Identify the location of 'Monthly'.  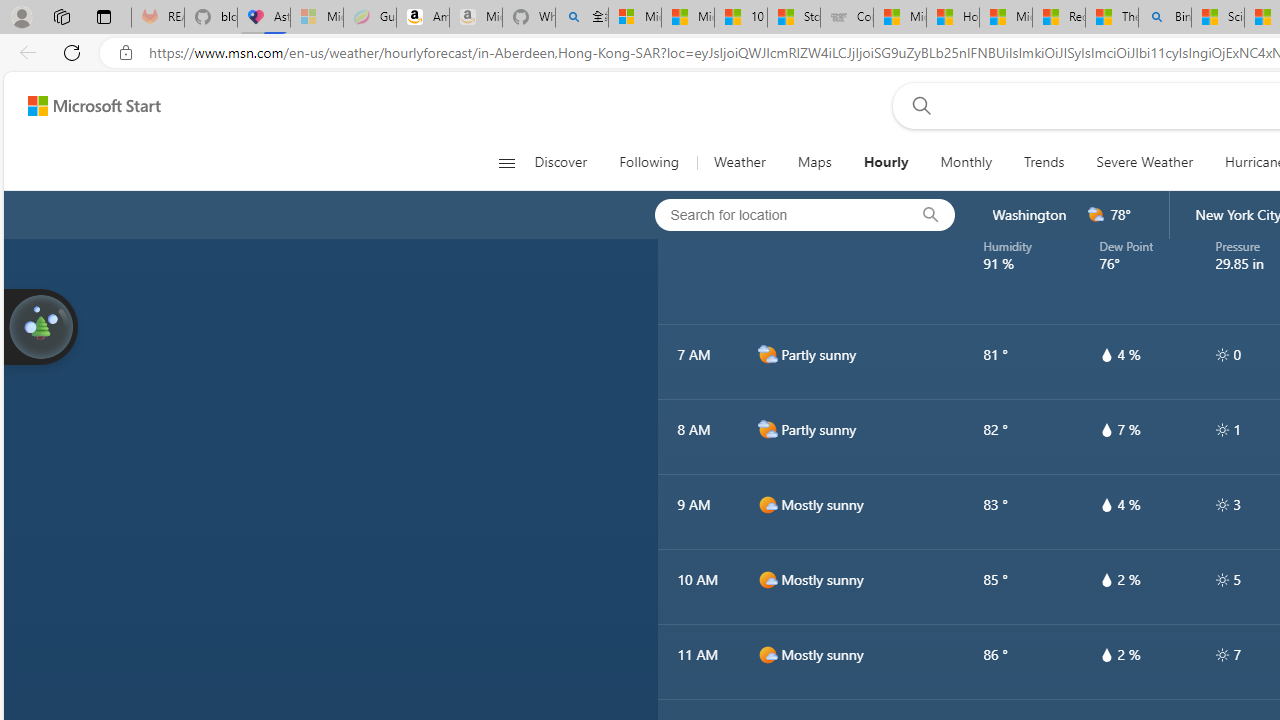
(966, 162).